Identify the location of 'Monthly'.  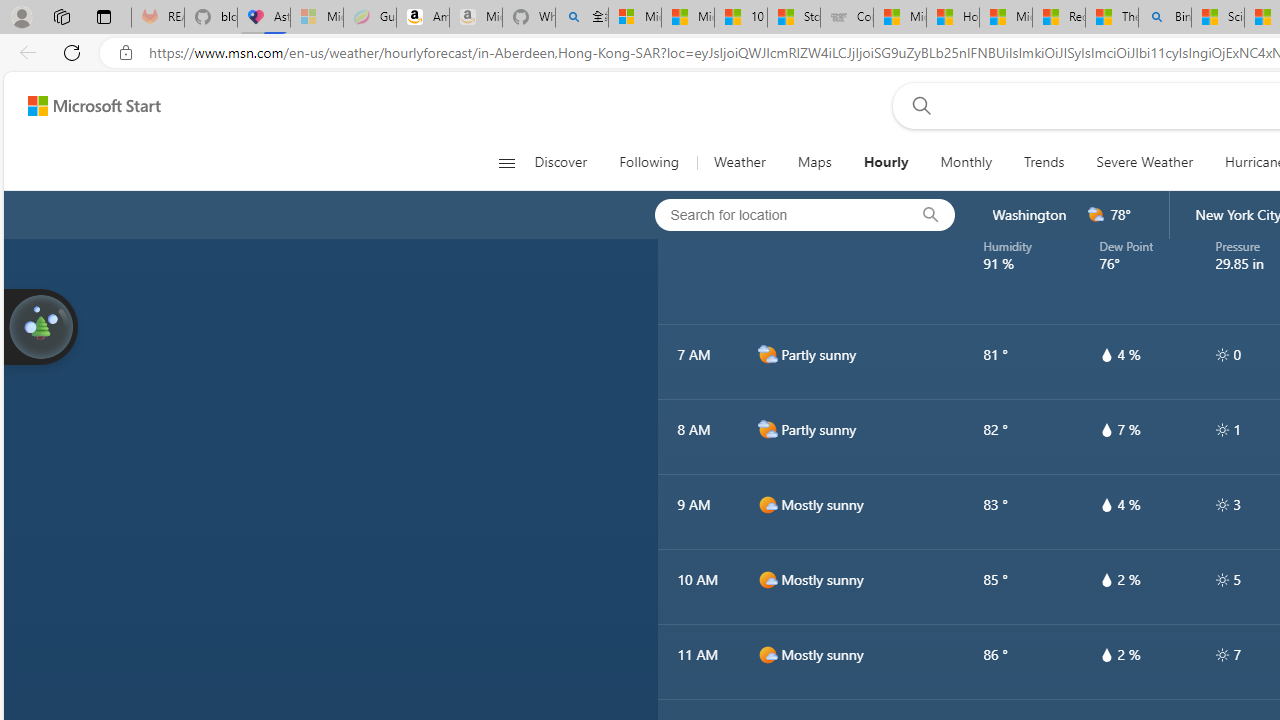
(966, 162).